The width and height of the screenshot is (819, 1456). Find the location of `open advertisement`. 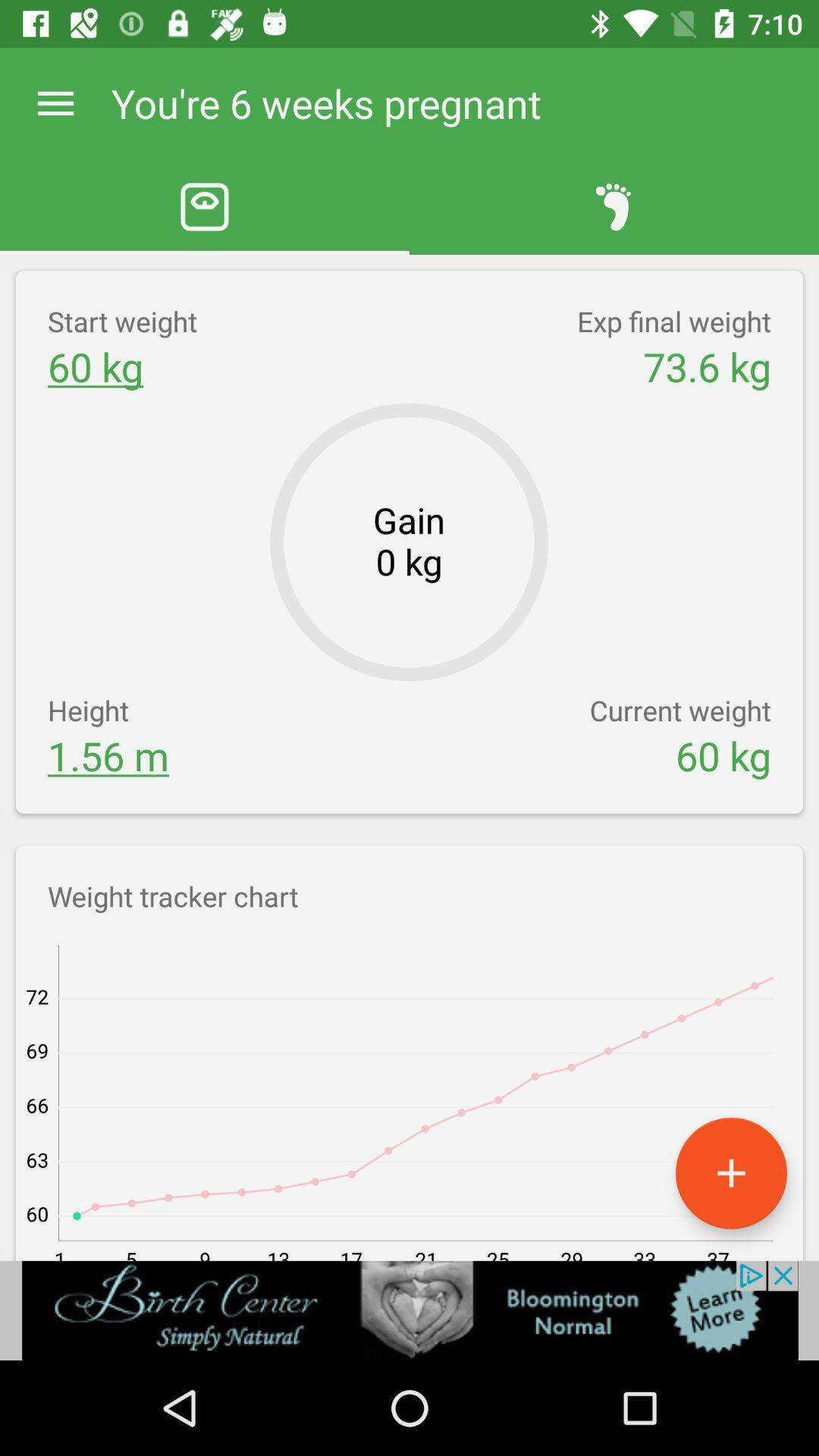

open advertisement is located at coordinates (409, 1310).